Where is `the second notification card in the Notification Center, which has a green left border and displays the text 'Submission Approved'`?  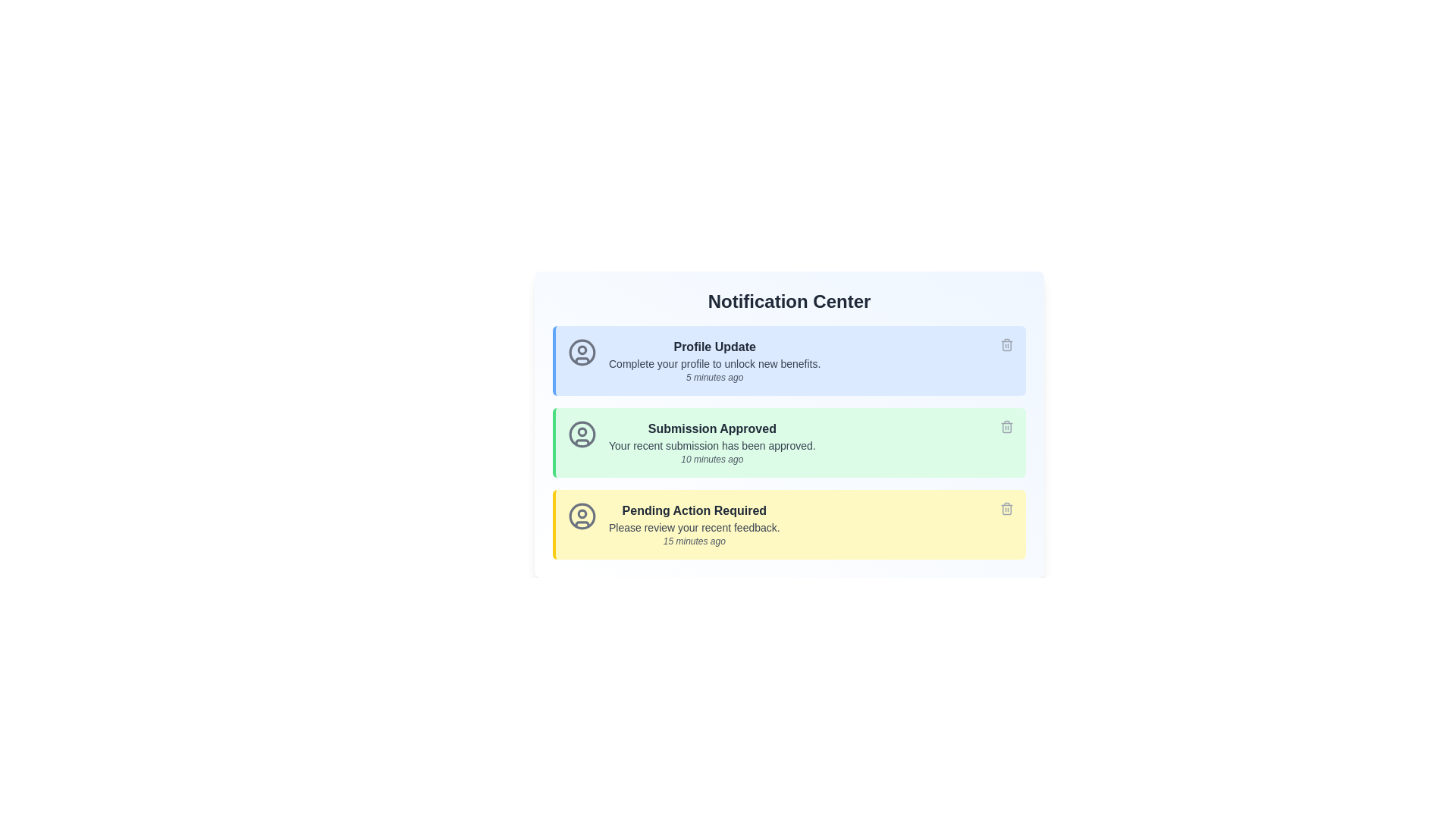 the second notification card in the Notification Center, which has a green left border and displays the text 'Submission Approved' is located at coordinates (789, 442).